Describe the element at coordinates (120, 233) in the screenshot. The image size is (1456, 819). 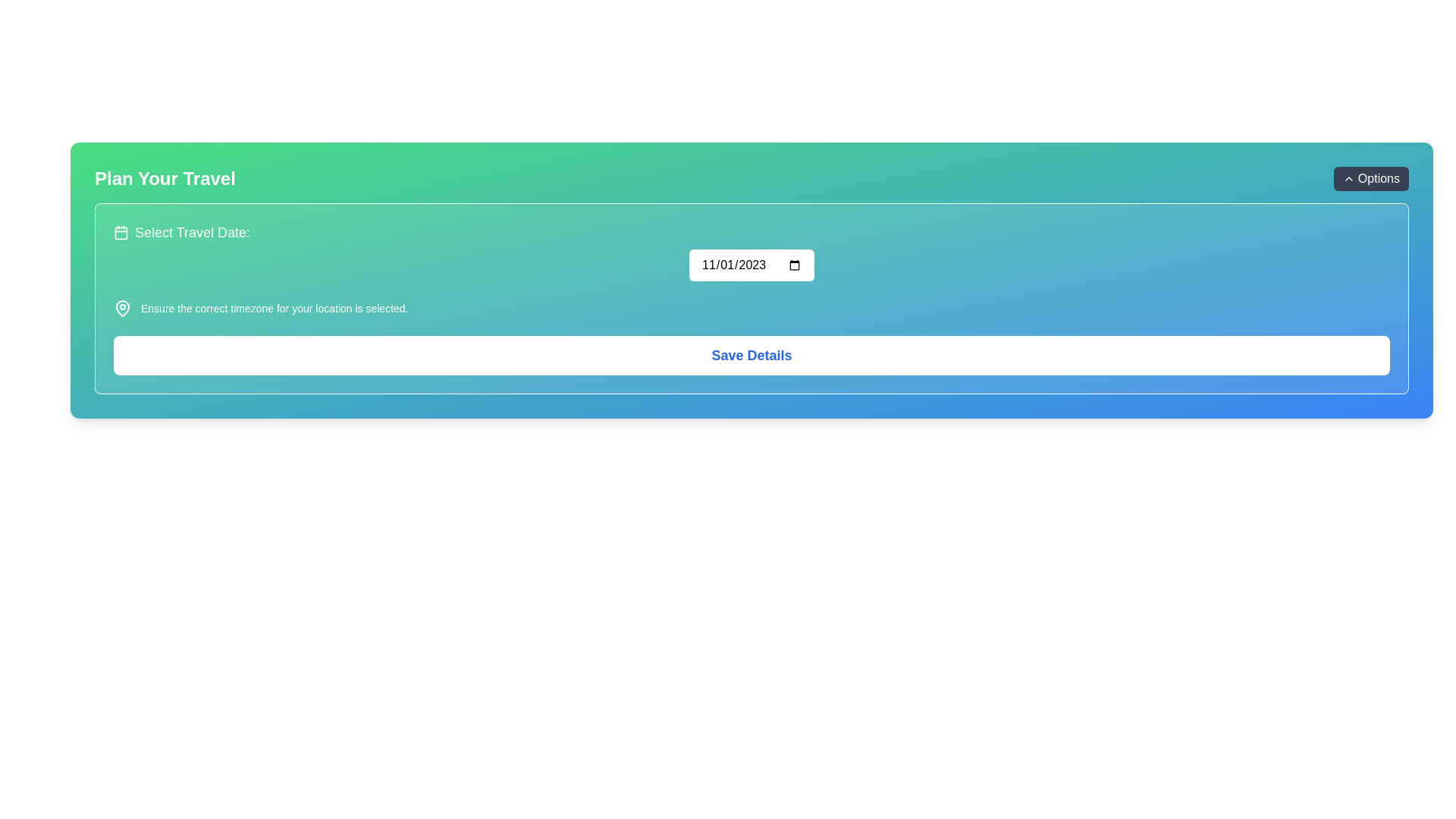
I see `the SVG rectangle element that serves as part of the calendar icon, which is styled in green and located next to the label 'Select Travel Date'` at that location.